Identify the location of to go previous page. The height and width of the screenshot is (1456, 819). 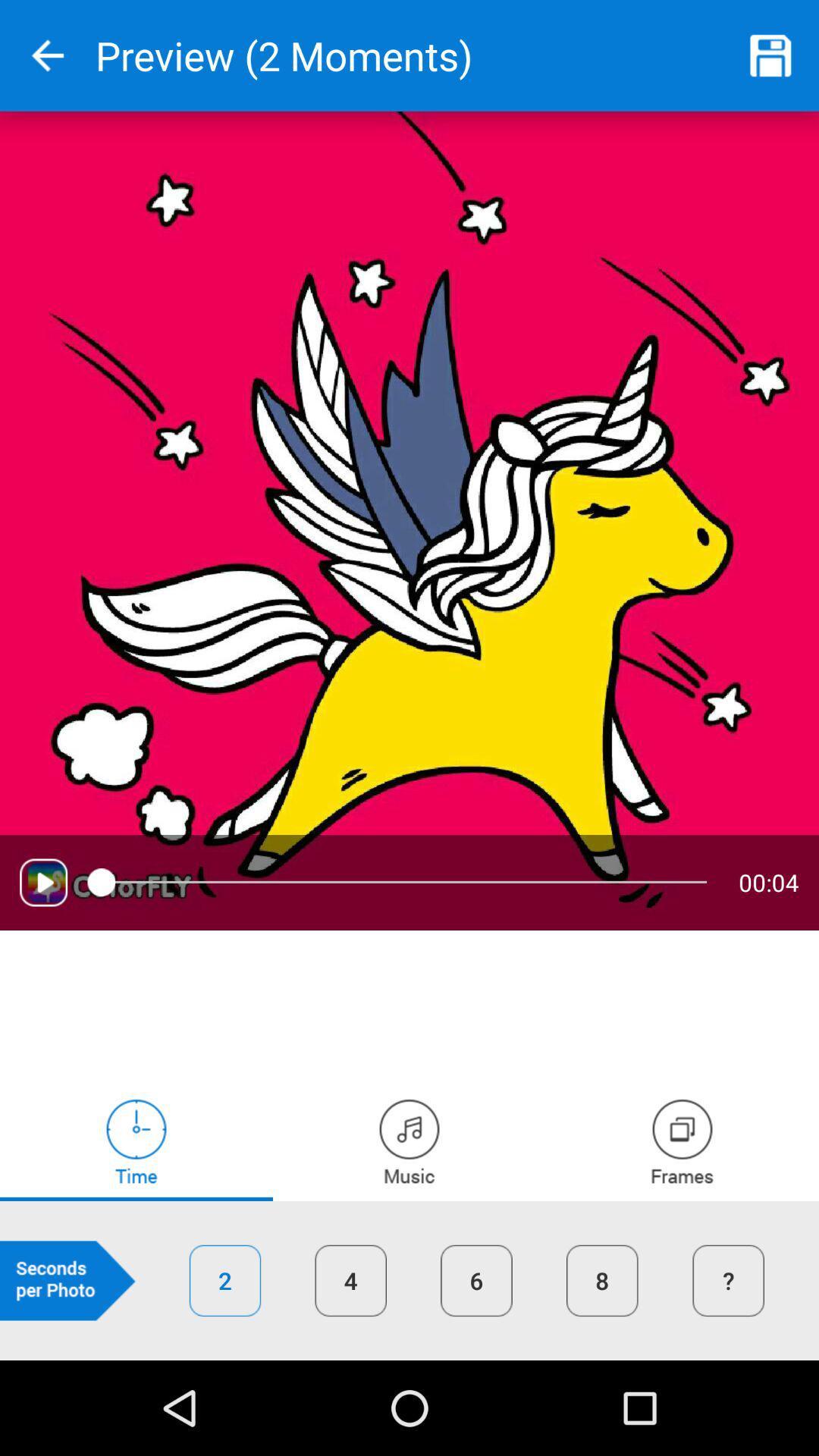
(46, 55).